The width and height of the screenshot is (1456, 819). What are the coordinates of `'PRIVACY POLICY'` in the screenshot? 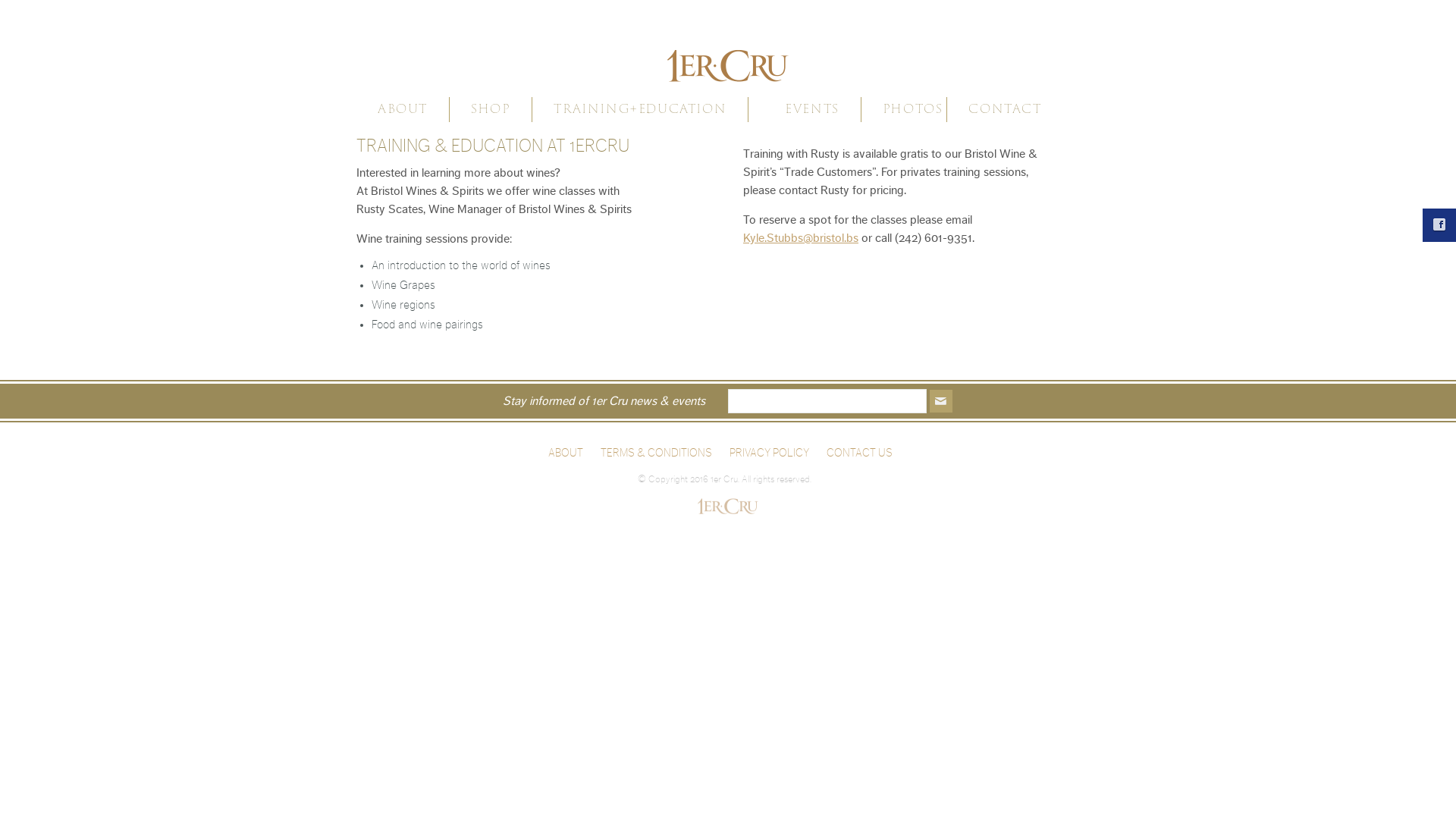 It's located at (769, 452).